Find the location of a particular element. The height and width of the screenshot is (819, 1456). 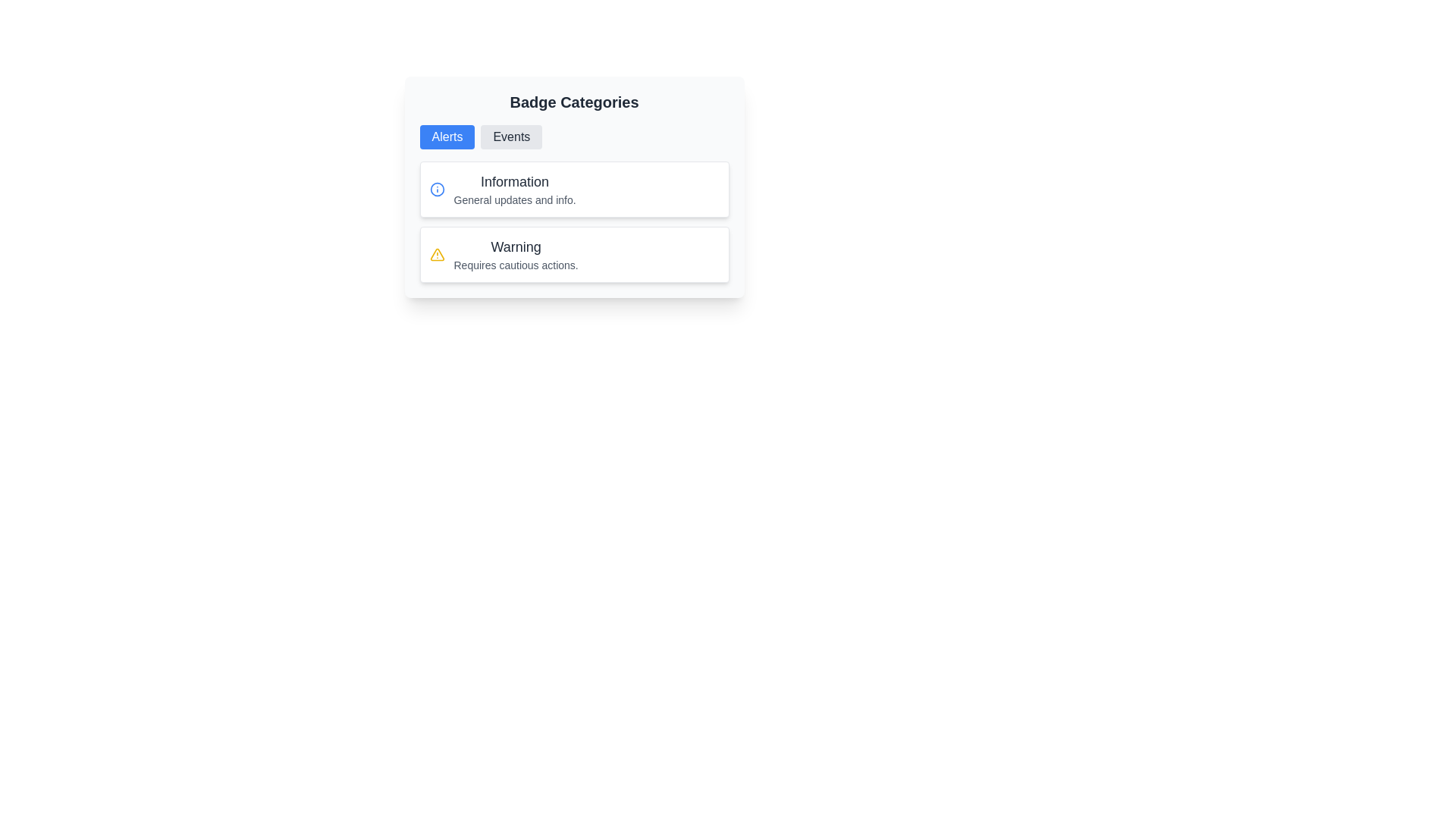

the 'Alerts' button on the Toggle selector located in the 'Badge Categories' section, which allows users to switch between 'Alerts' and 'Events' is located at coordinates (573, 137).